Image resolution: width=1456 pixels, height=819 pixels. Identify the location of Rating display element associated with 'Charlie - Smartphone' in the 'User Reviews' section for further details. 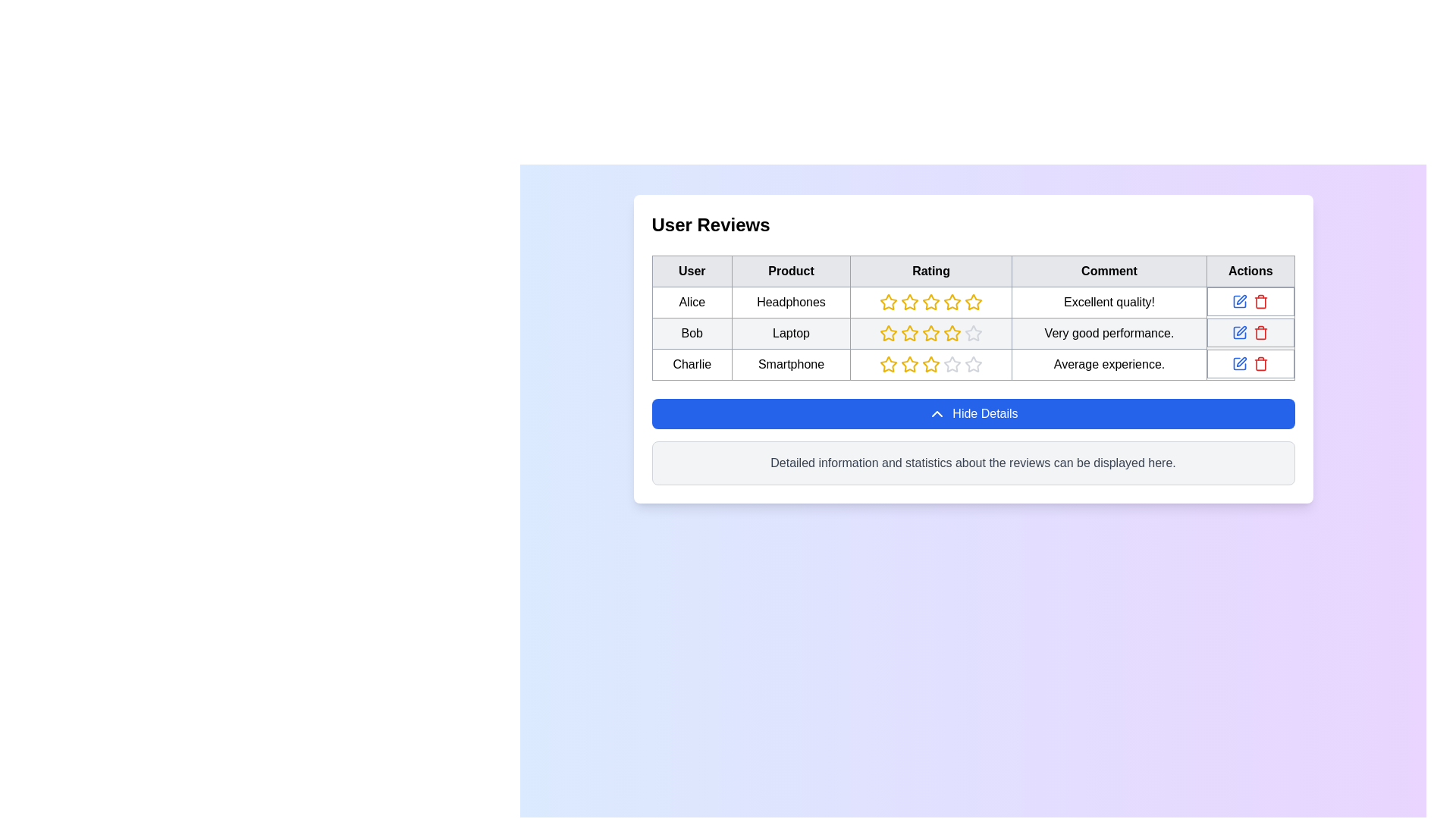
(930, 365).